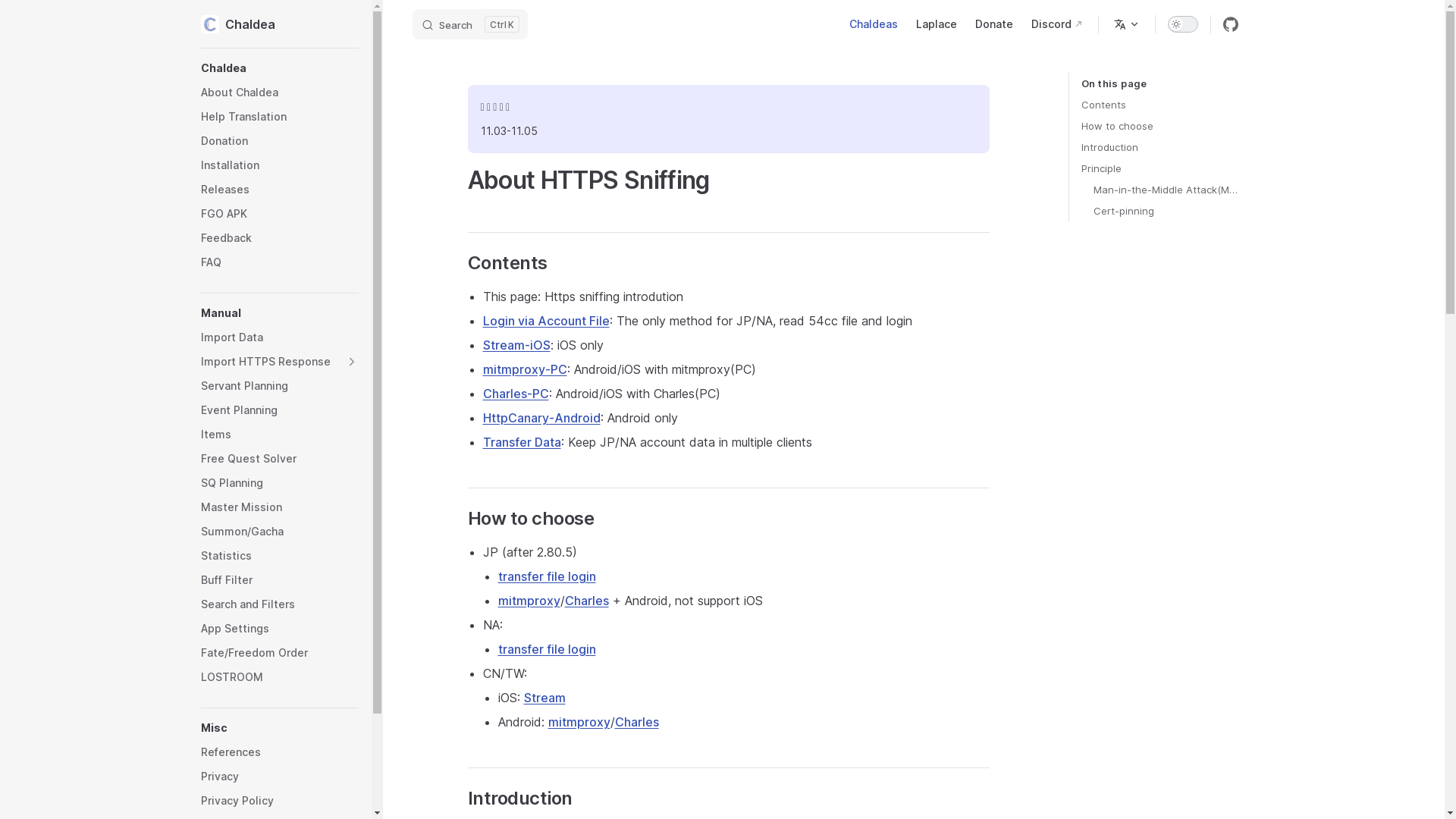 The image size is (1456, 819). I want to click on 'Man-in-the-Middle Attack(MITM)', so click(1165, 189).